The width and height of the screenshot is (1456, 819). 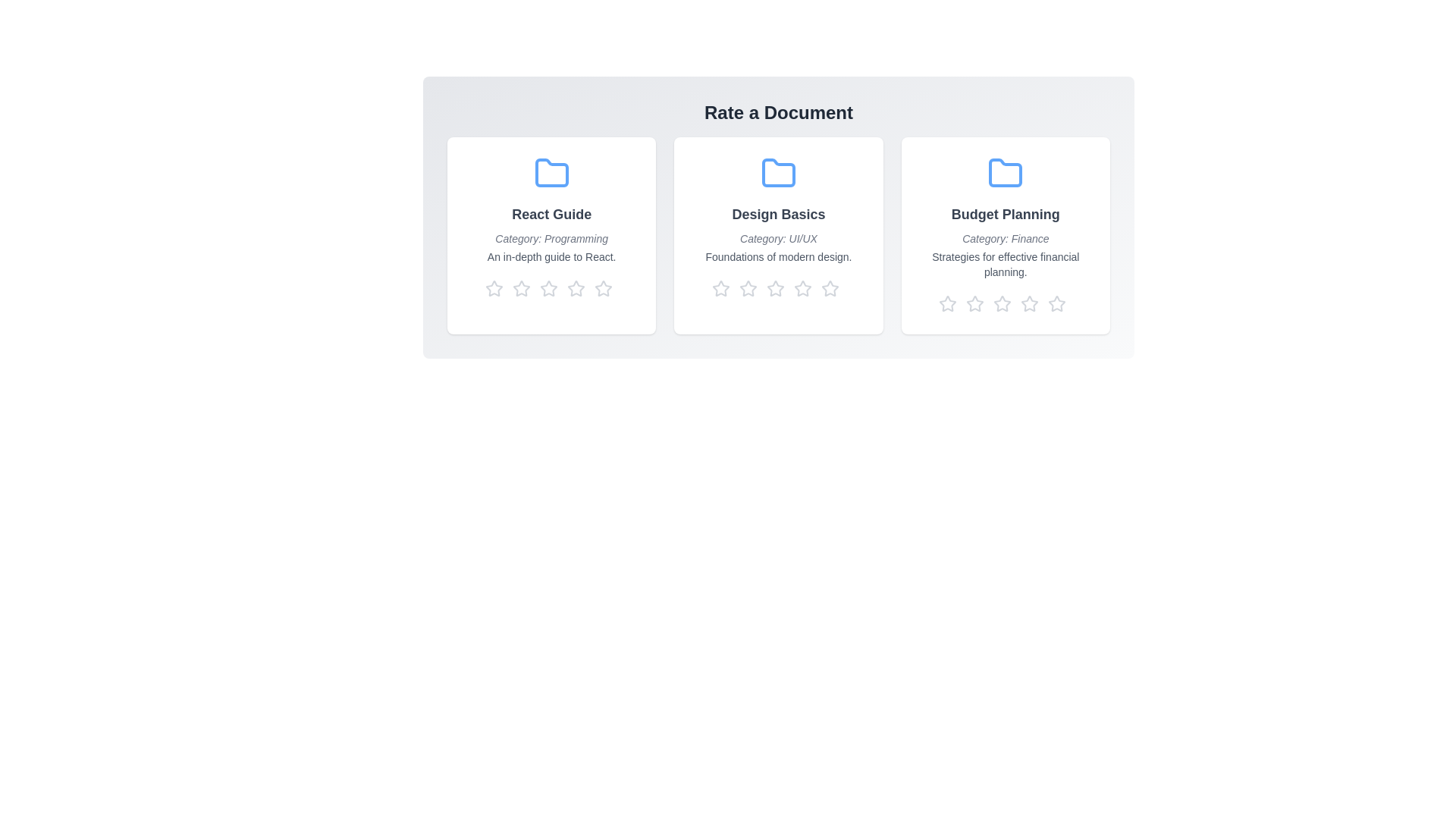 What do you see at coordinates (604, 289) in the screenshot?
I see `the star corresponding to 5 stars to preview the rating` at bounding box center [604, 289].